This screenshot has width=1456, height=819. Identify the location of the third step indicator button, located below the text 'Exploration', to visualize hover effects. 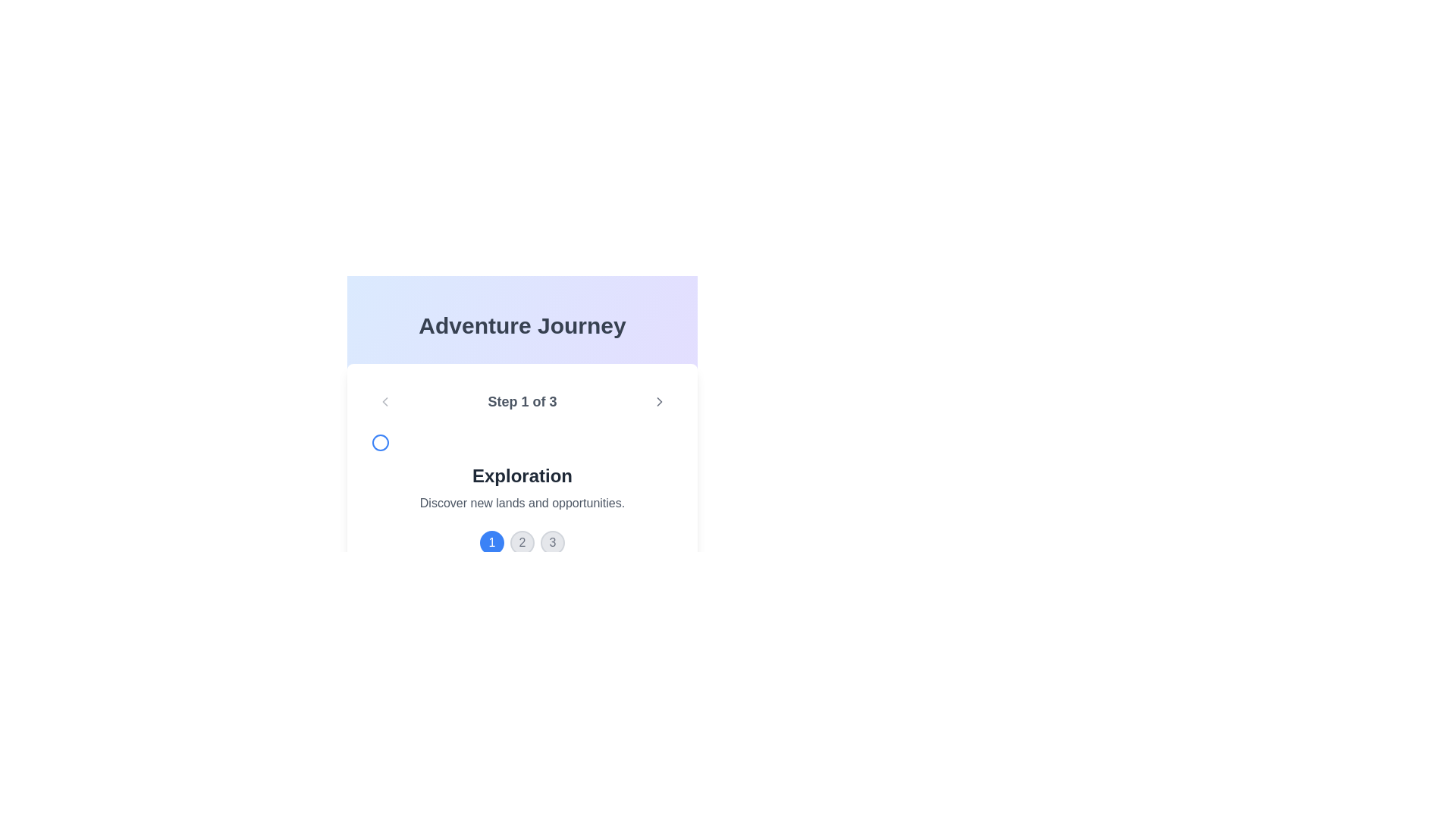
(552, 542).